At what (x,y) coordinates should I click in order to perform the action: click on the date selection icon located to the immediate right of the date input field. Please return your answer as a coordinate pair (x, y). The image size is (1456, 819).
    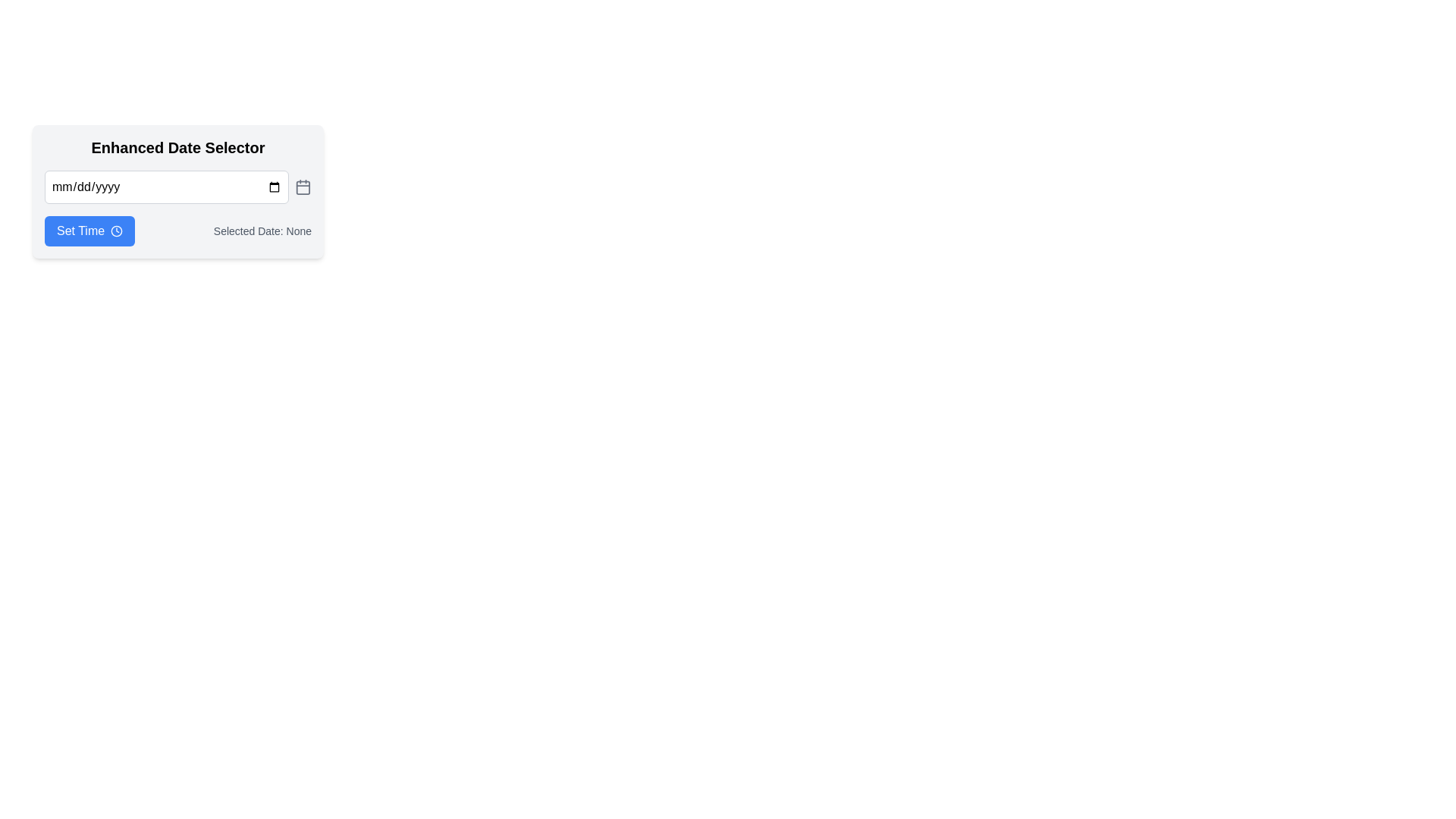
    Looking at the image, I should click on (303, 186).